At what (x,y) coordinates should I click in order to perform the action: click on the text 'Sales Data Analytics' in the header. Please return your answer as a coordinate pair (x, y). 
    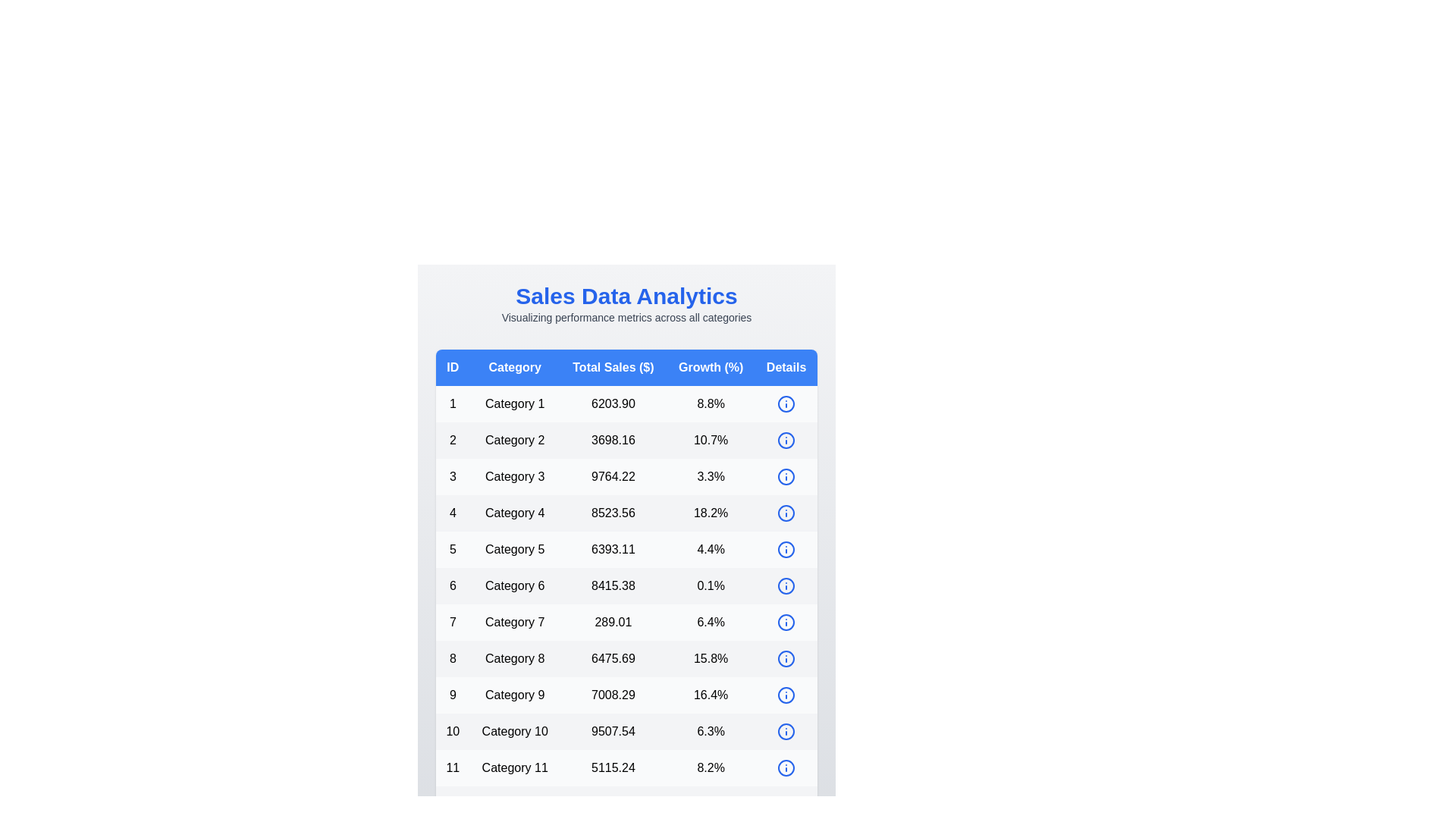
    Looking at the image, I should click on (626, 296).